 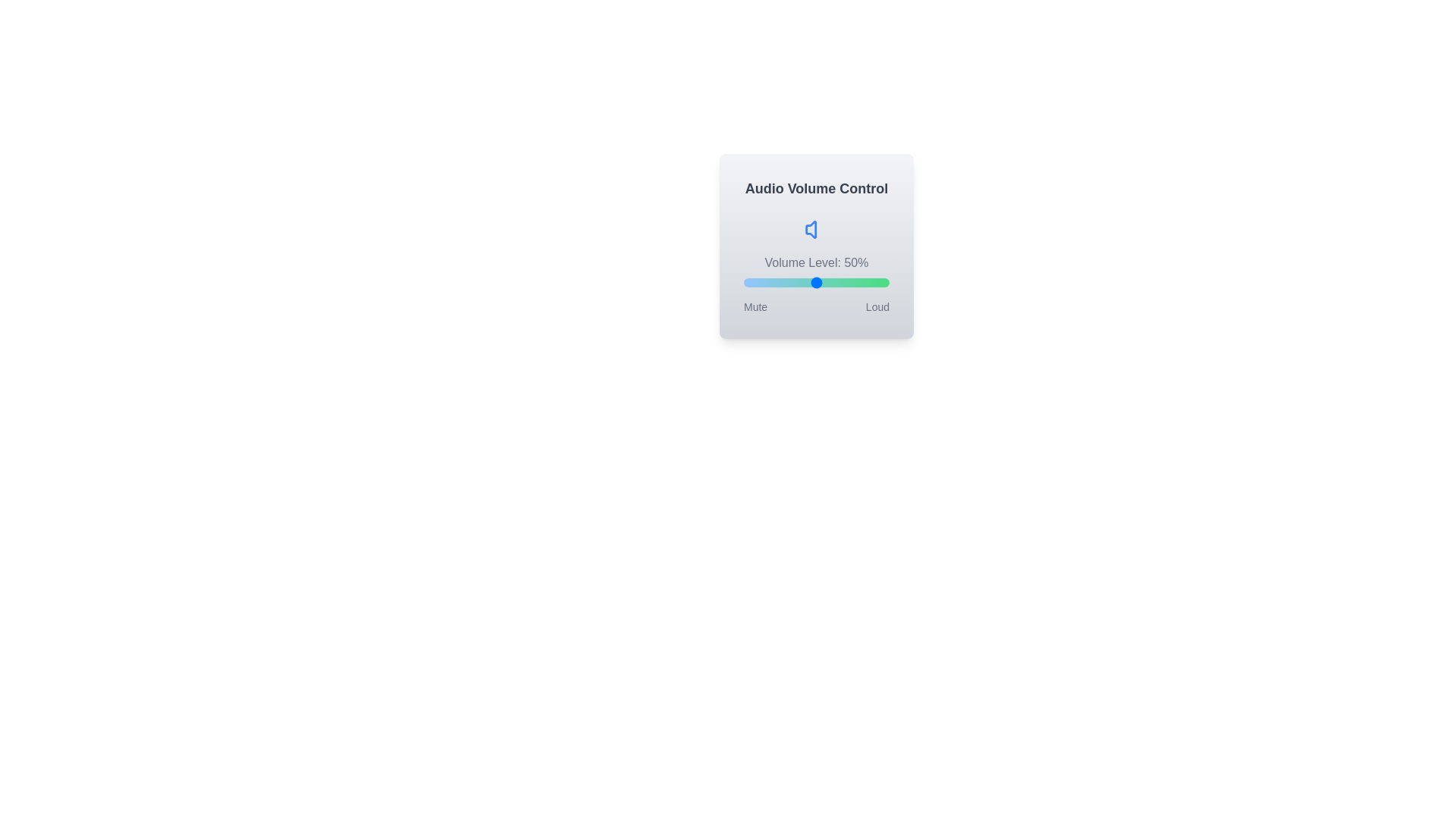 What do you see at coordinates (821, 283) in the screenshot?
I see `the volume slider to set the volume to 54%` at bounding box center [821, 283].